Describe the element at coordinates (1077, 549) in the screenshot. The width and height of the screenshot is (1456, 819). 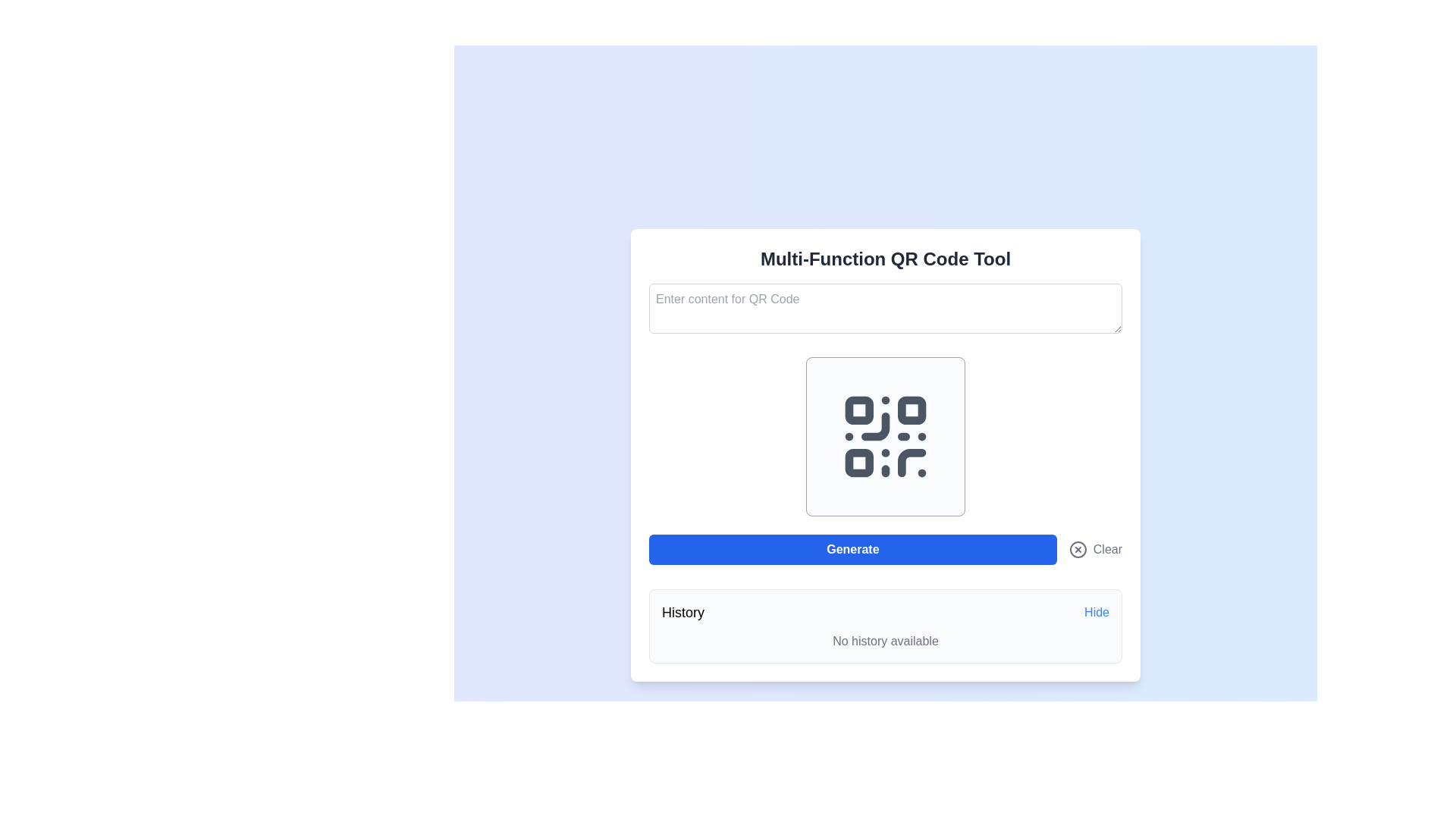
I see `the circular SVG graphic element located in the top right corner of the interface, which is part of a Close or Clear button` at that location.